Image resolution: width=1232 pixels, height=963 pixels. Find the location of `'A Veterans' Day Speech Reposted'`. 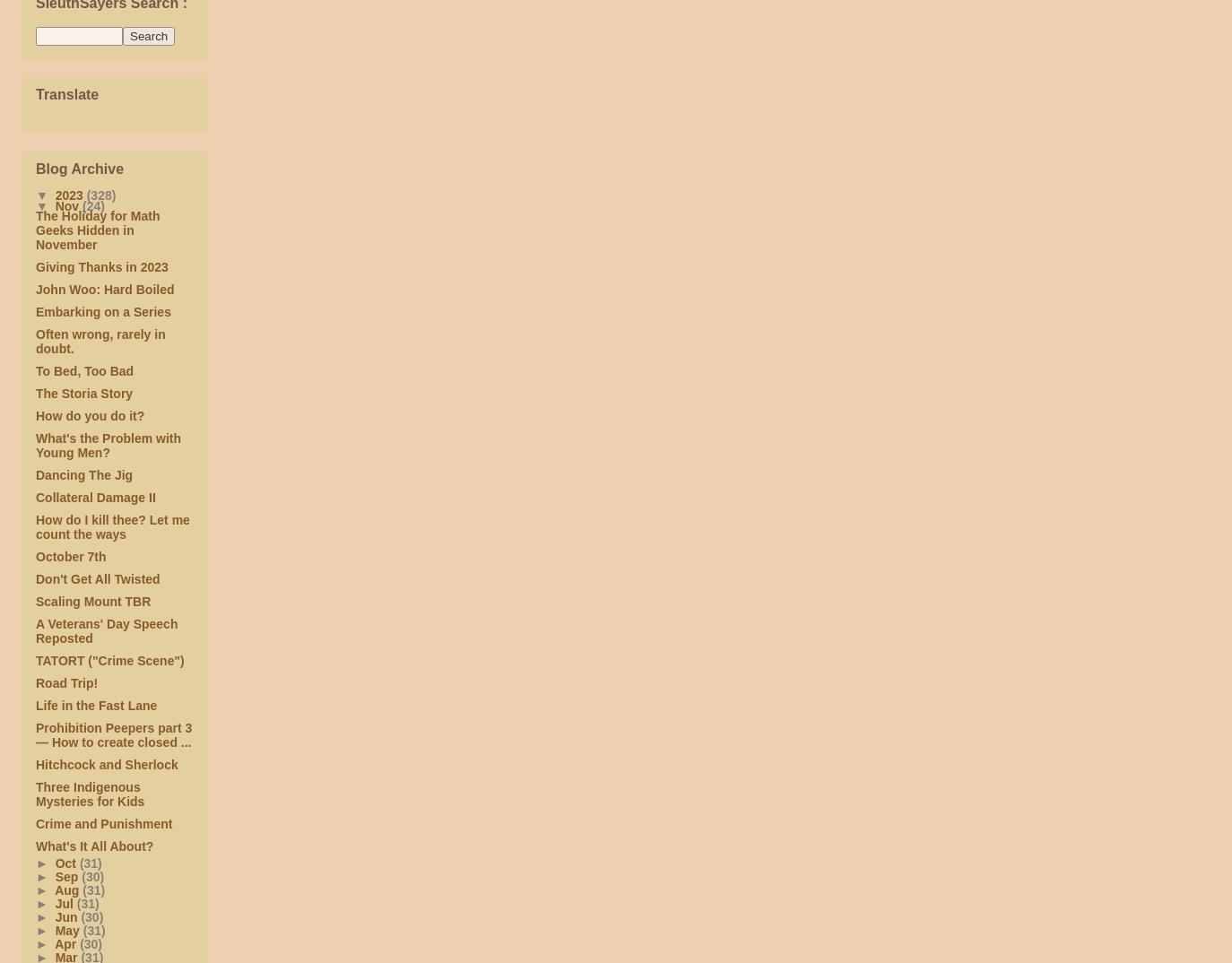

'A Veterans' Day Speech Reposted' is located at coordinates (105, 631).